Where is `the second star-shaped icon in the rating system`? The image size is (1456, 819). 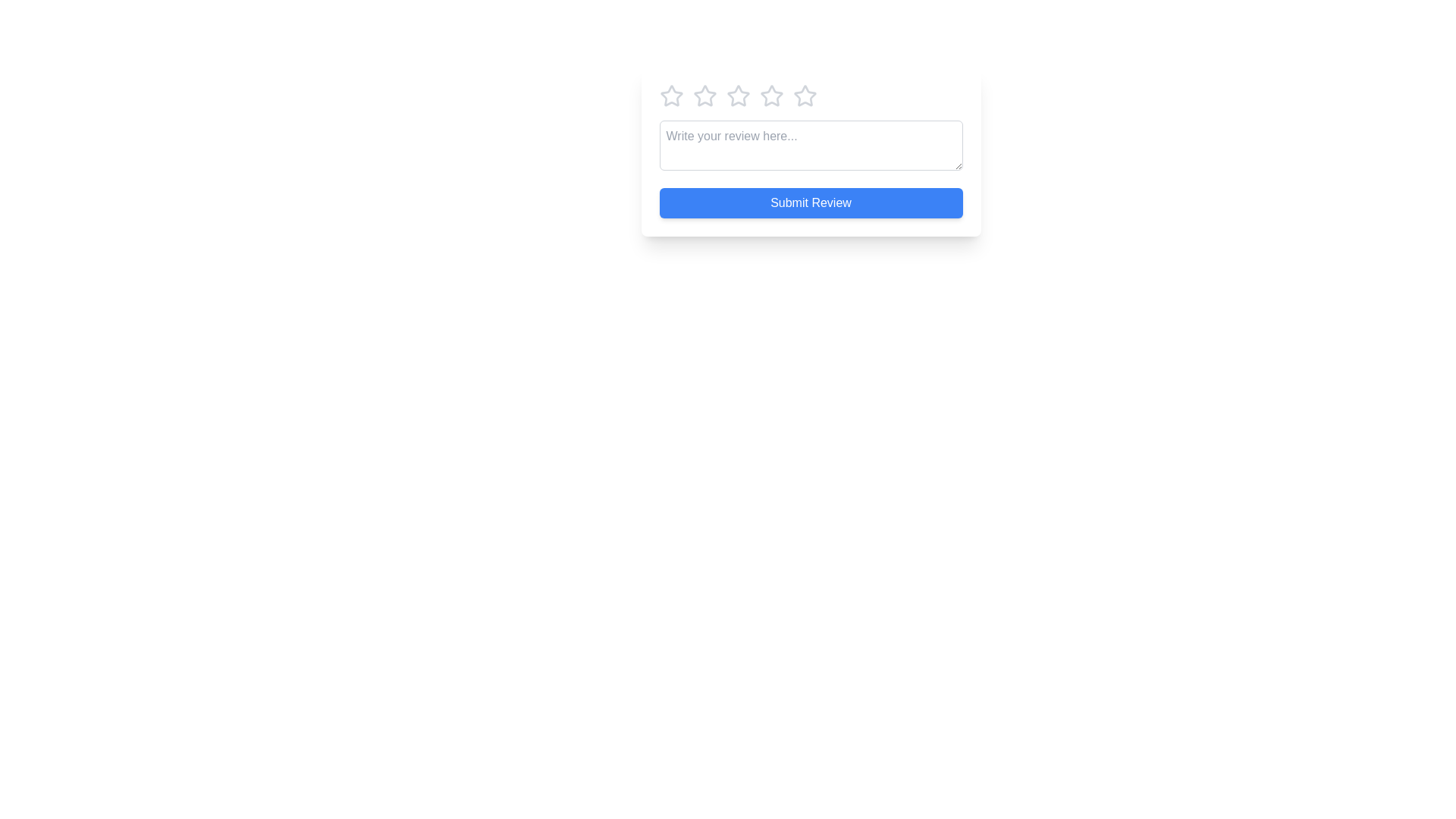 the second star-shaped icon in the rating system is located at coordinates (738, 96).